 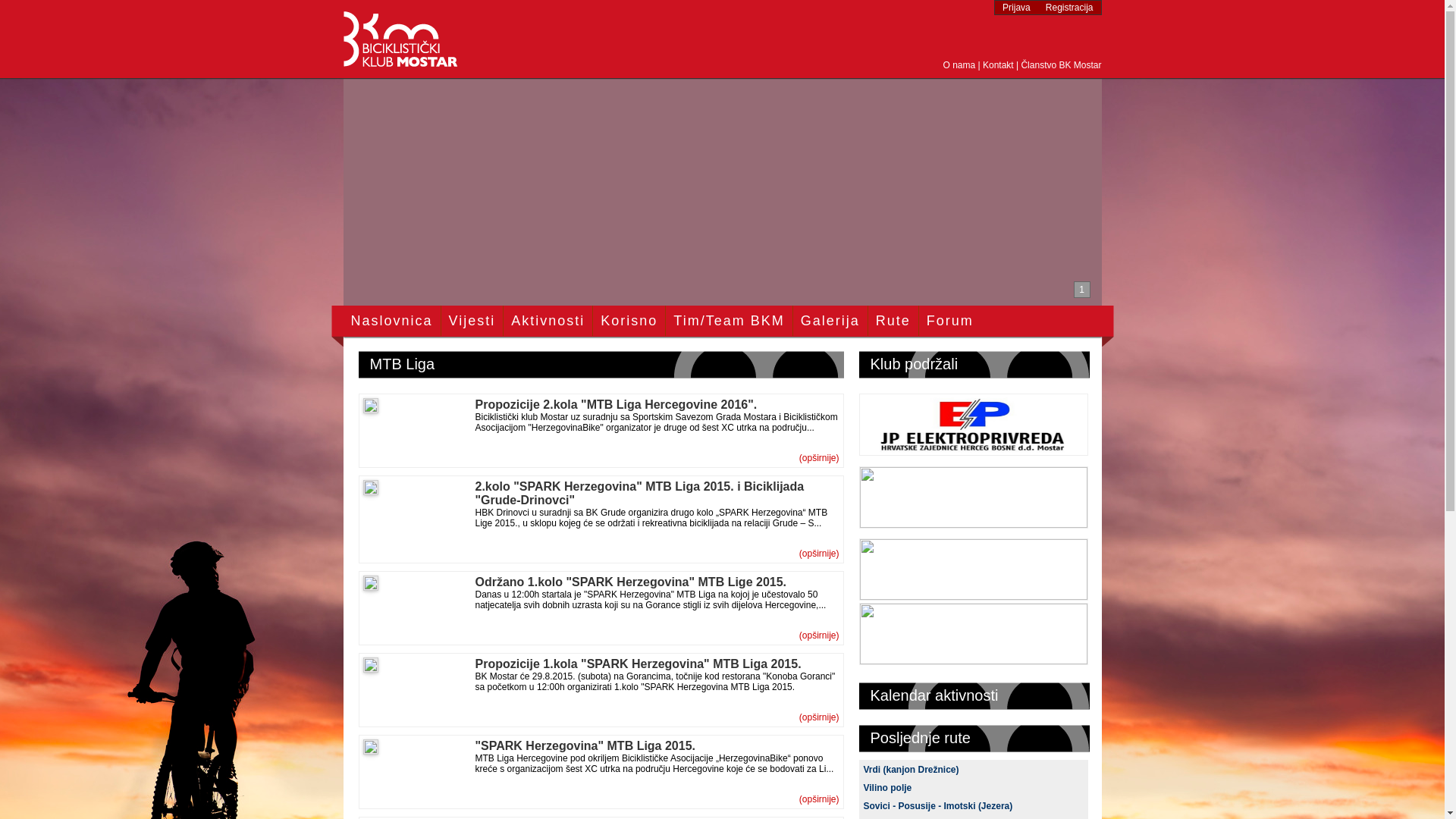 What do you see at coordinates (972, 595) in the screenshot?
I see `'Konoba Goranci'` at bounding box center [972, 595].